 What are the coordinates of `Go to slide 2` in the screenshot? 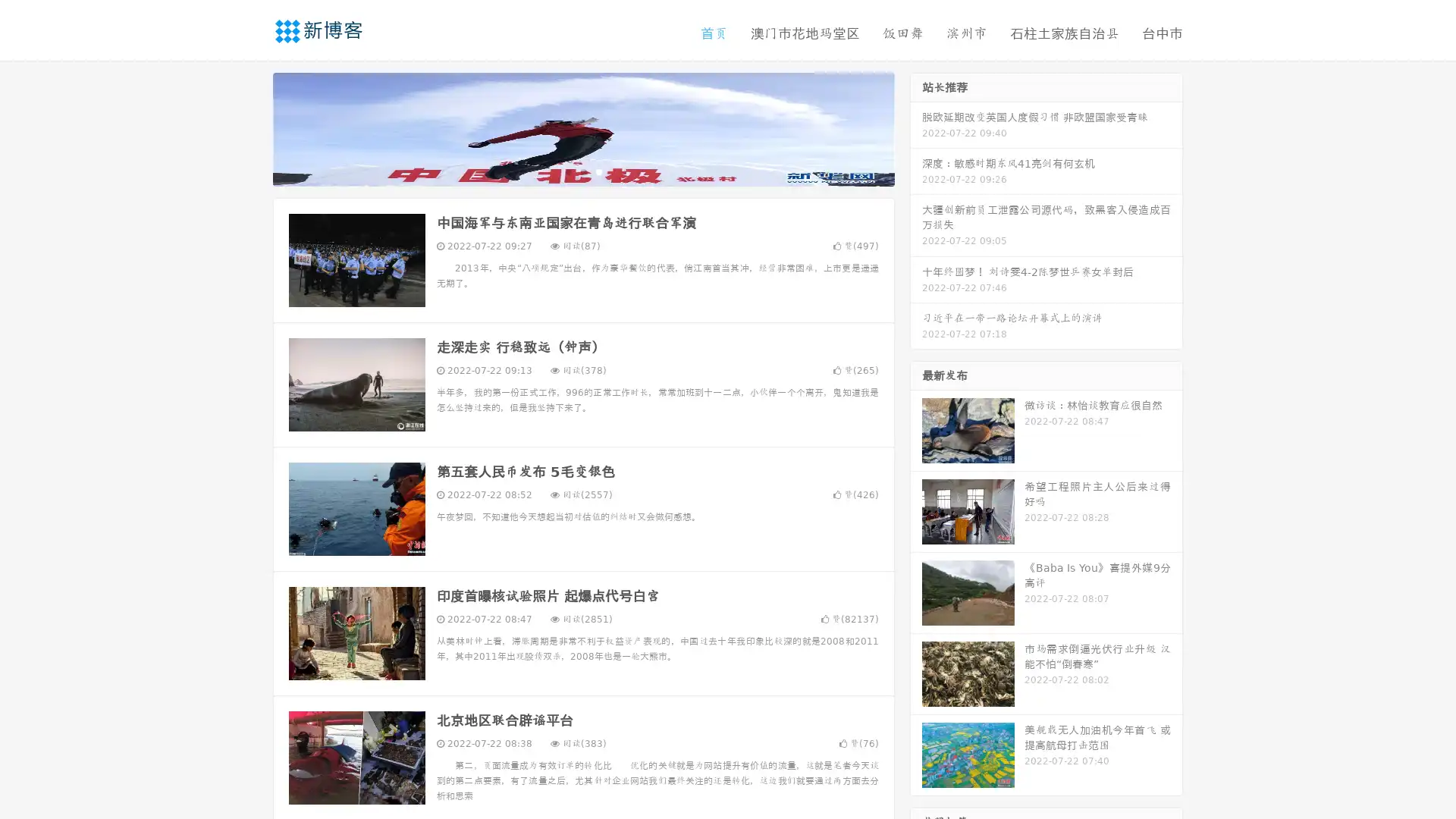 It's located at (582, 171).